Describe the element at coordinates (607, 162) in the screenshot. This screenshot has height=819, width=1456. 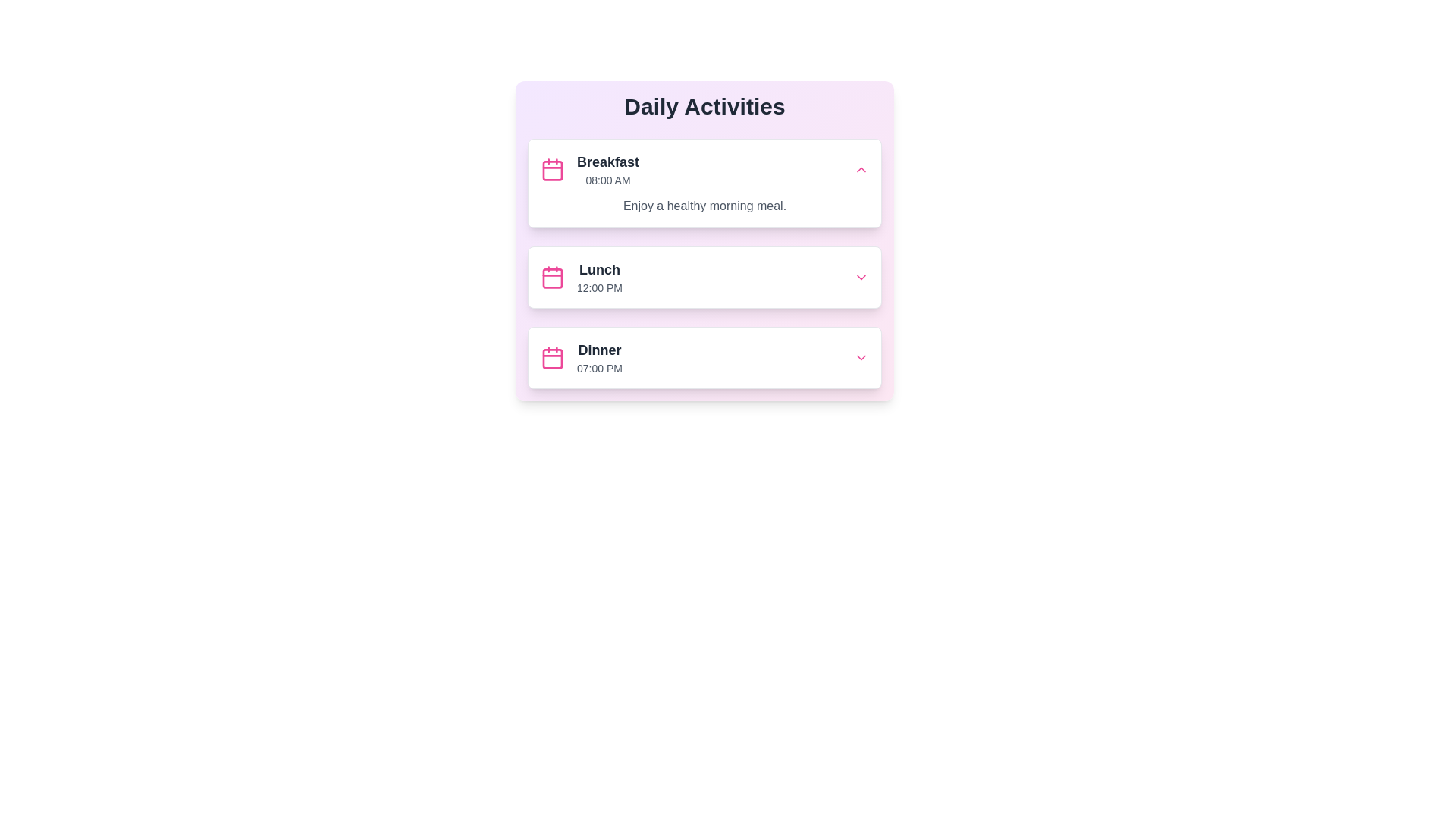
I see `the 'Breakfast' title label in the Daily Activities panel, which identifies the specific activity and is positioned above '08:00 AM.'` at that location.